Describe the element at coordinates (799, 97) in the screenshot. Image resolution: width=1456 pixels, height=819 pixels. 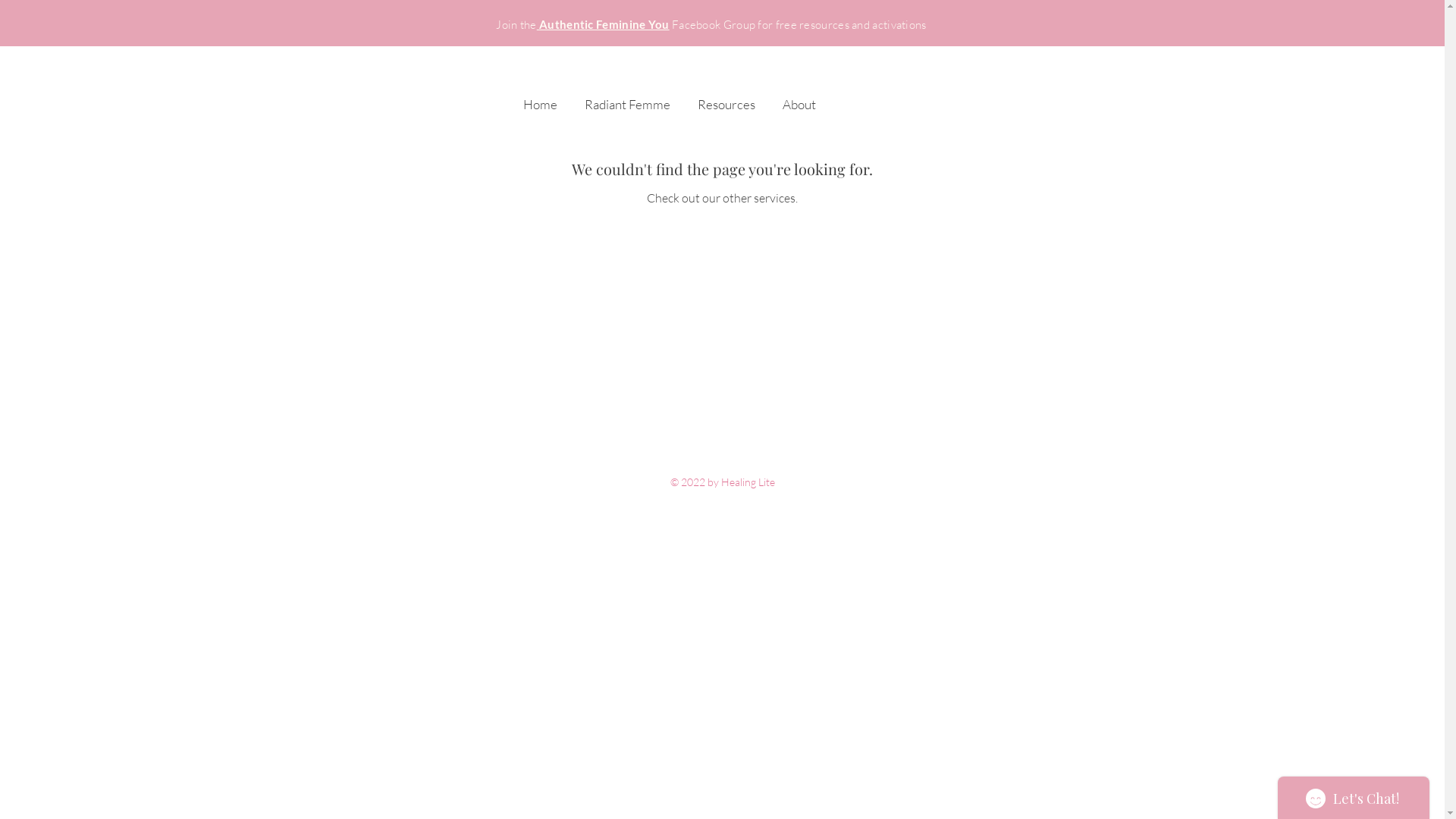
I see `'About'` at that location.